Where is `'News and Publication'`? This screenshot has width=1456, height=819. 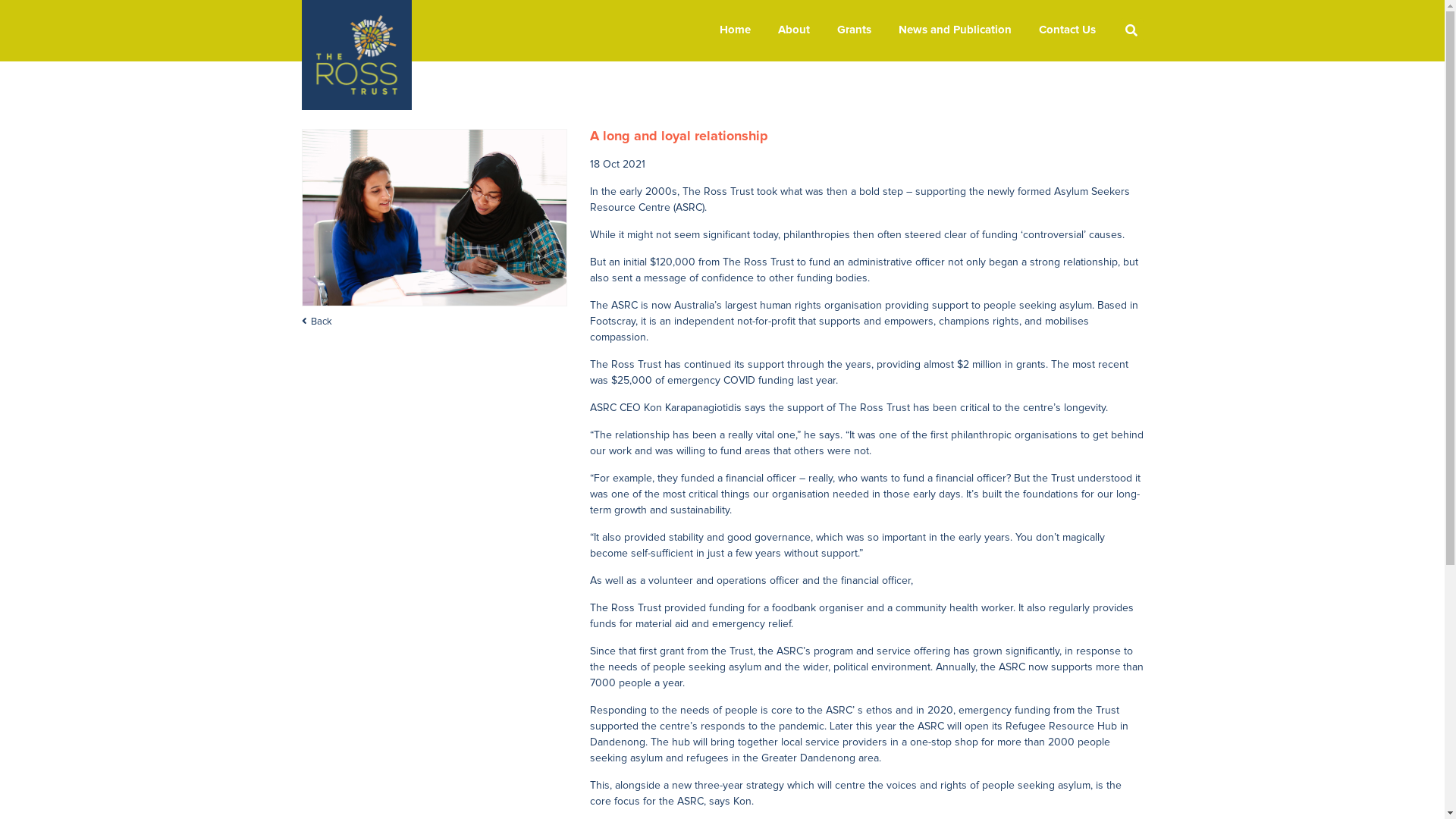
'News and Publication' is located at coordinates (953, 30).